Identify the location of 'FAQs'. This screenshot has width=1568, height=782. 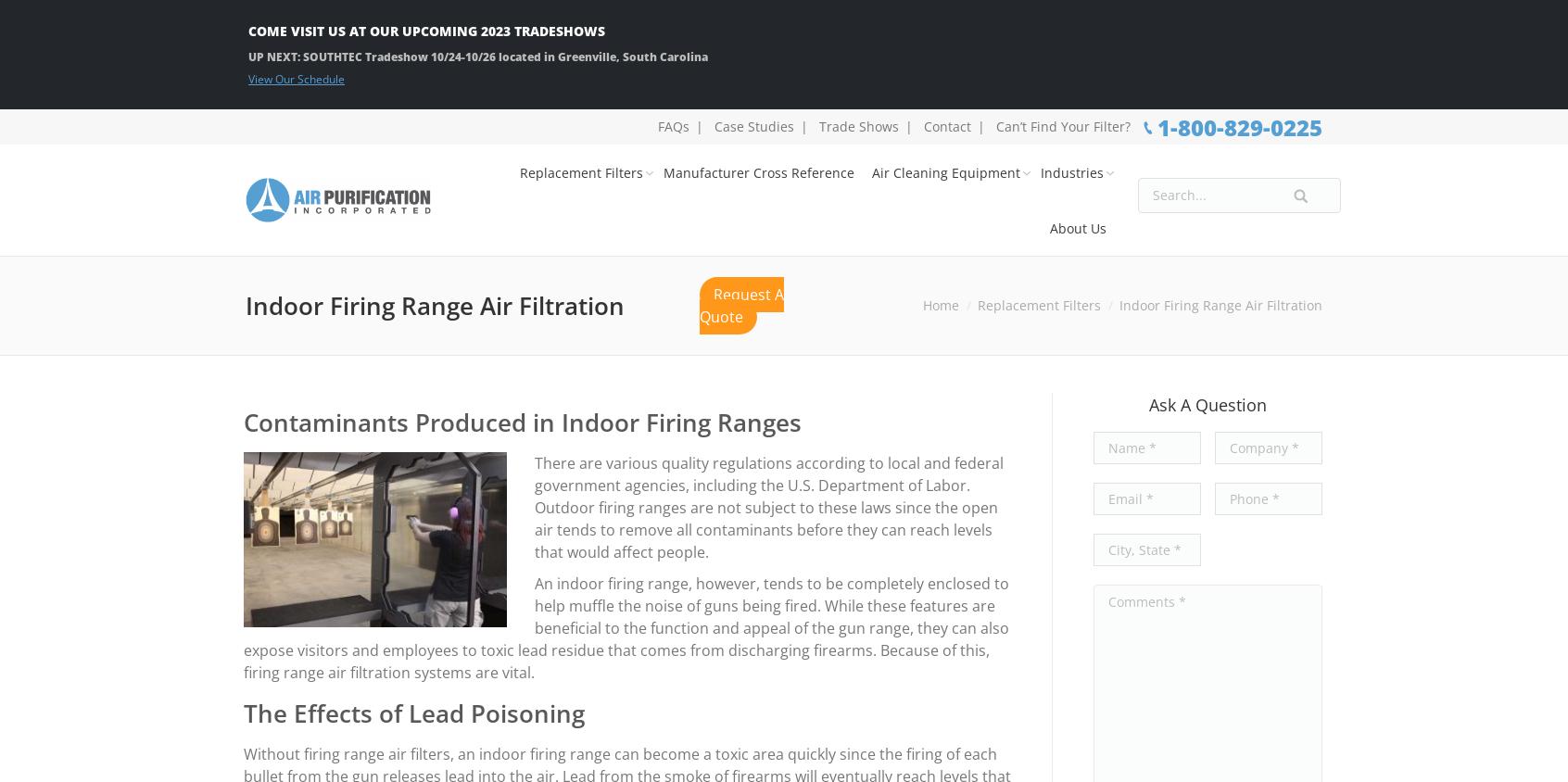
(655, 126).